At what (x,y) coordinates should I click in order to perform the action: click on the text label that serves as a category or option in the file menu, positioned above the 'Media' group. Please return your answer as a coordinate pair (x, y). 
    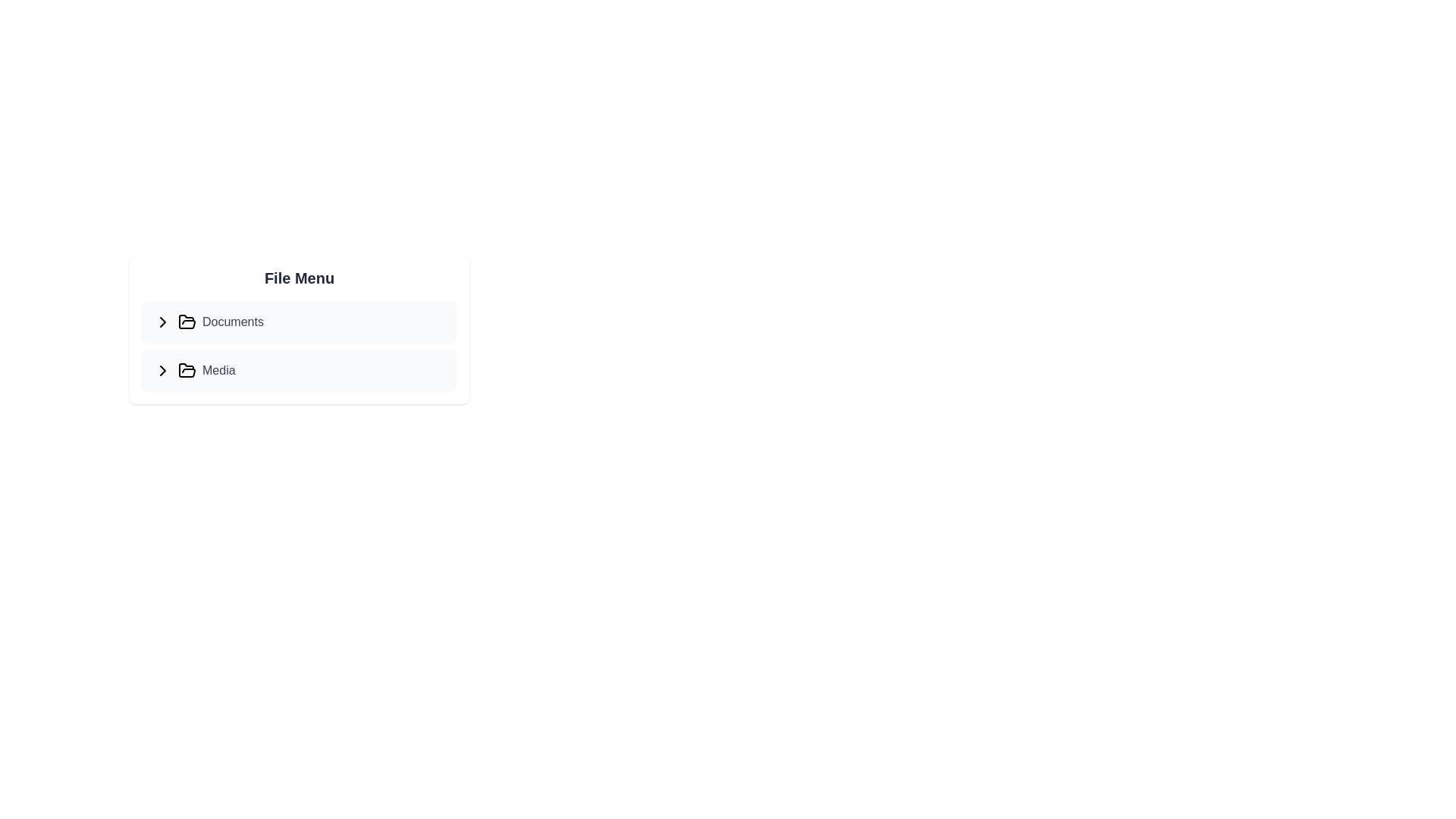
    Looking at the image, I should click on (232, 321).